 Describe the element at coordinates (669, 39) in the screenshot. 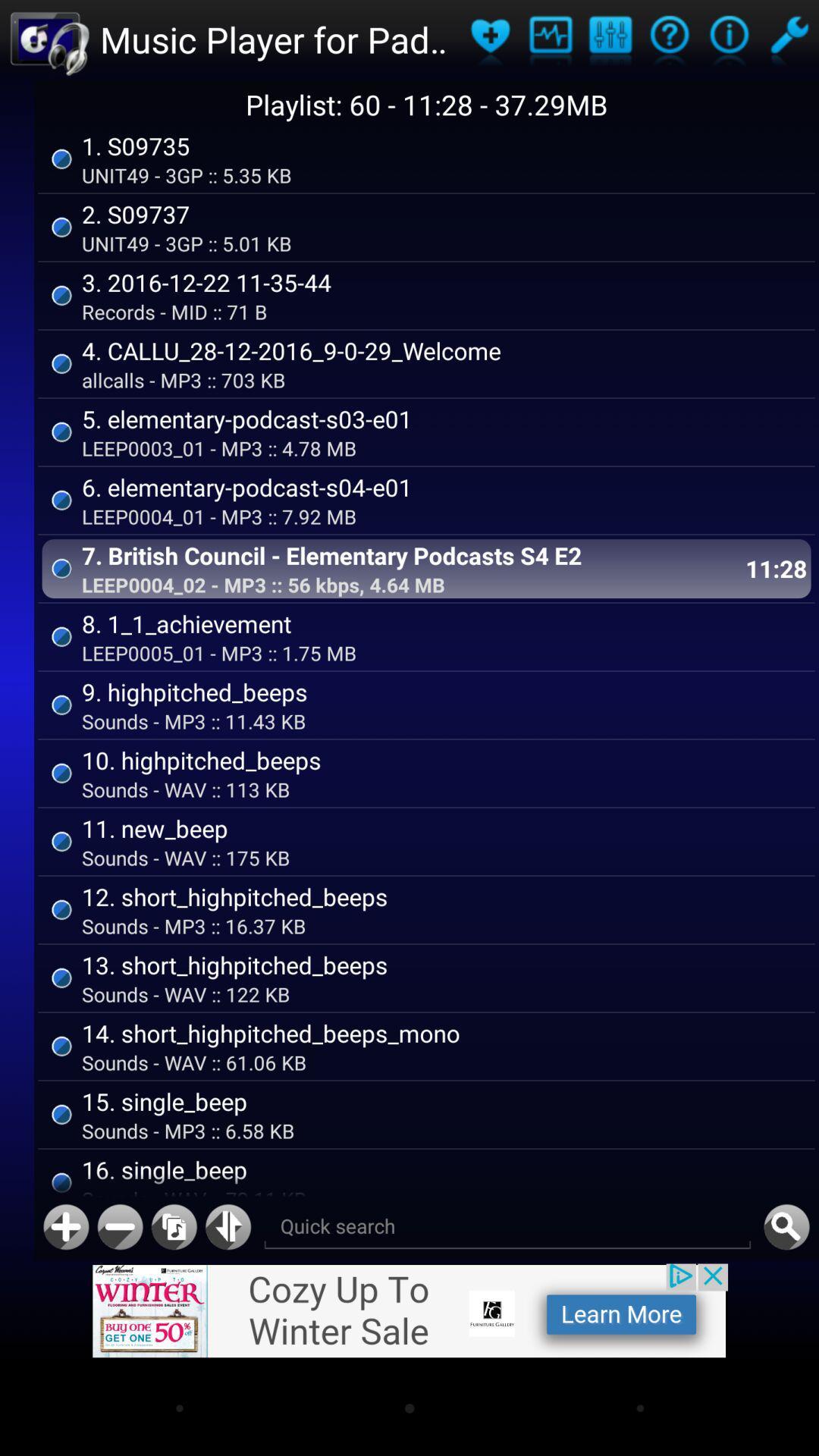

I see `open information` at that location.